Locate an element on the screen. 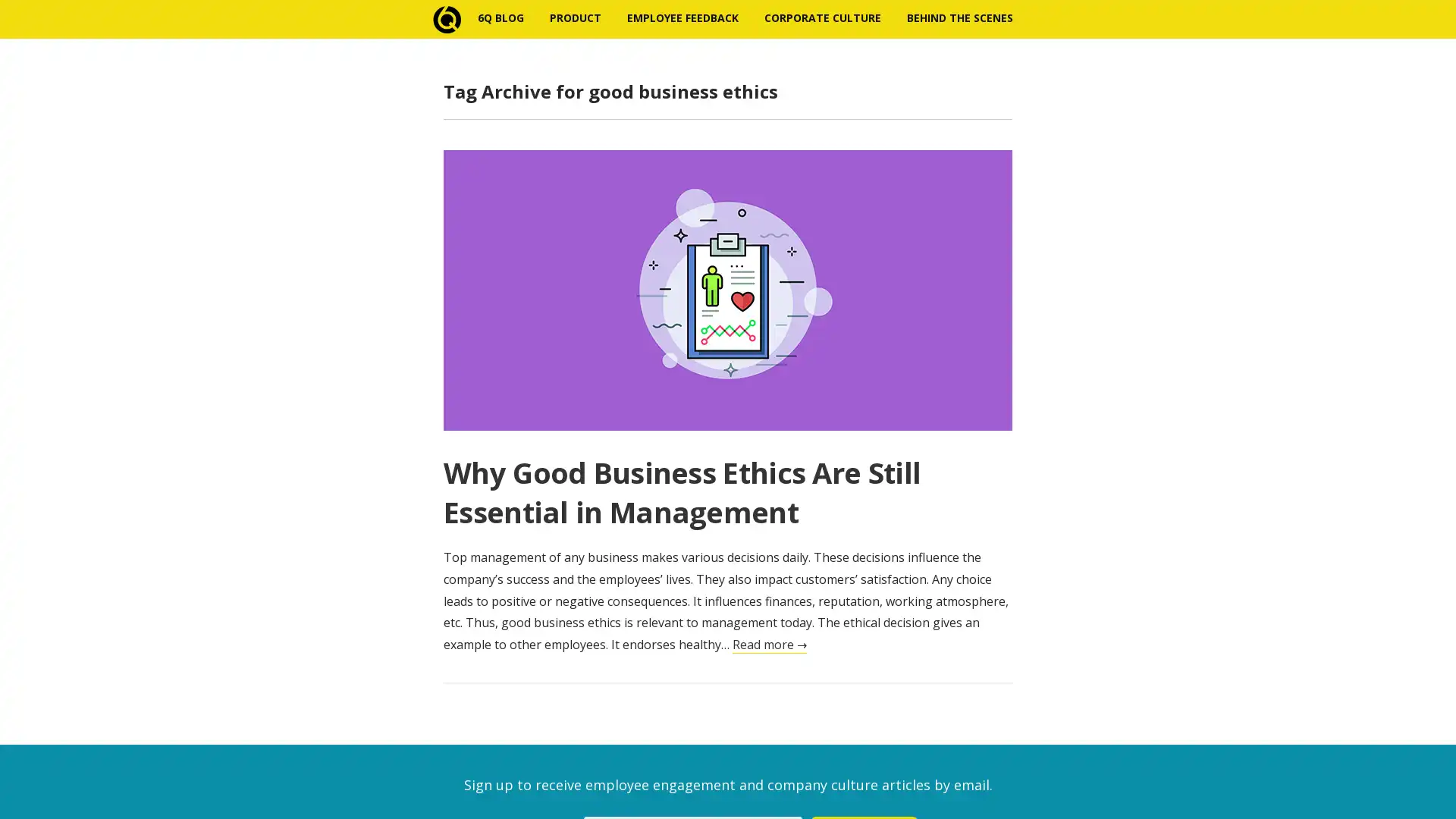 This screenshot has height=819, width=1456. Subscribe is located at coordinates (895, 797).